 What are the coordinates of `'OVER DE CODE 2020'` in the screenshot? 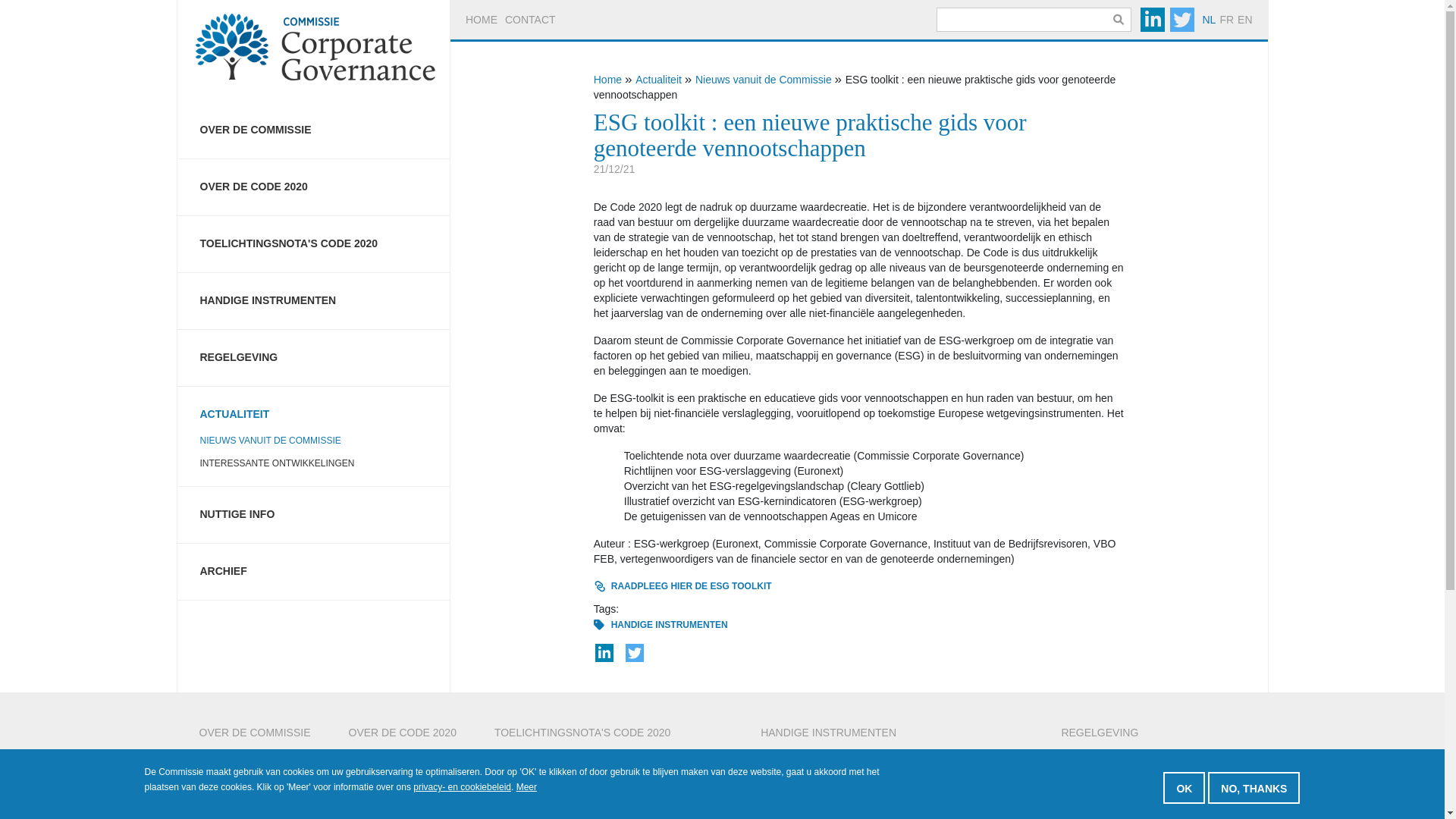 It's located at (312, 186).